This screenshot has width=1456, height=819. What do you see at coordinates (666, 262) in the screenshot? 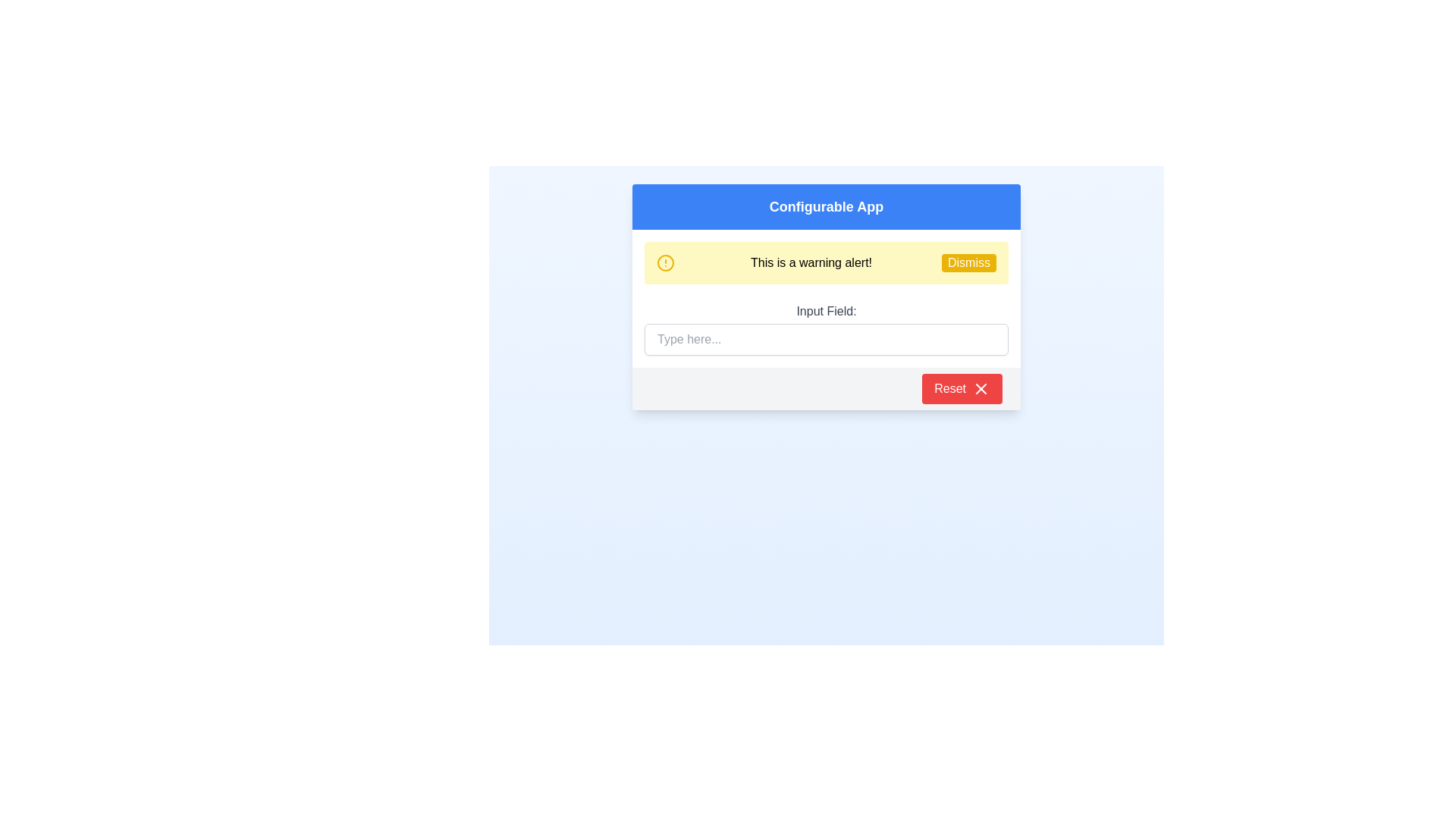
I see `the alert icon indicating a warning status, which is positioned at the leftmost side of the alert banner, preceding the text 'This is a warning alert!'` at bounding box center [666, 262].